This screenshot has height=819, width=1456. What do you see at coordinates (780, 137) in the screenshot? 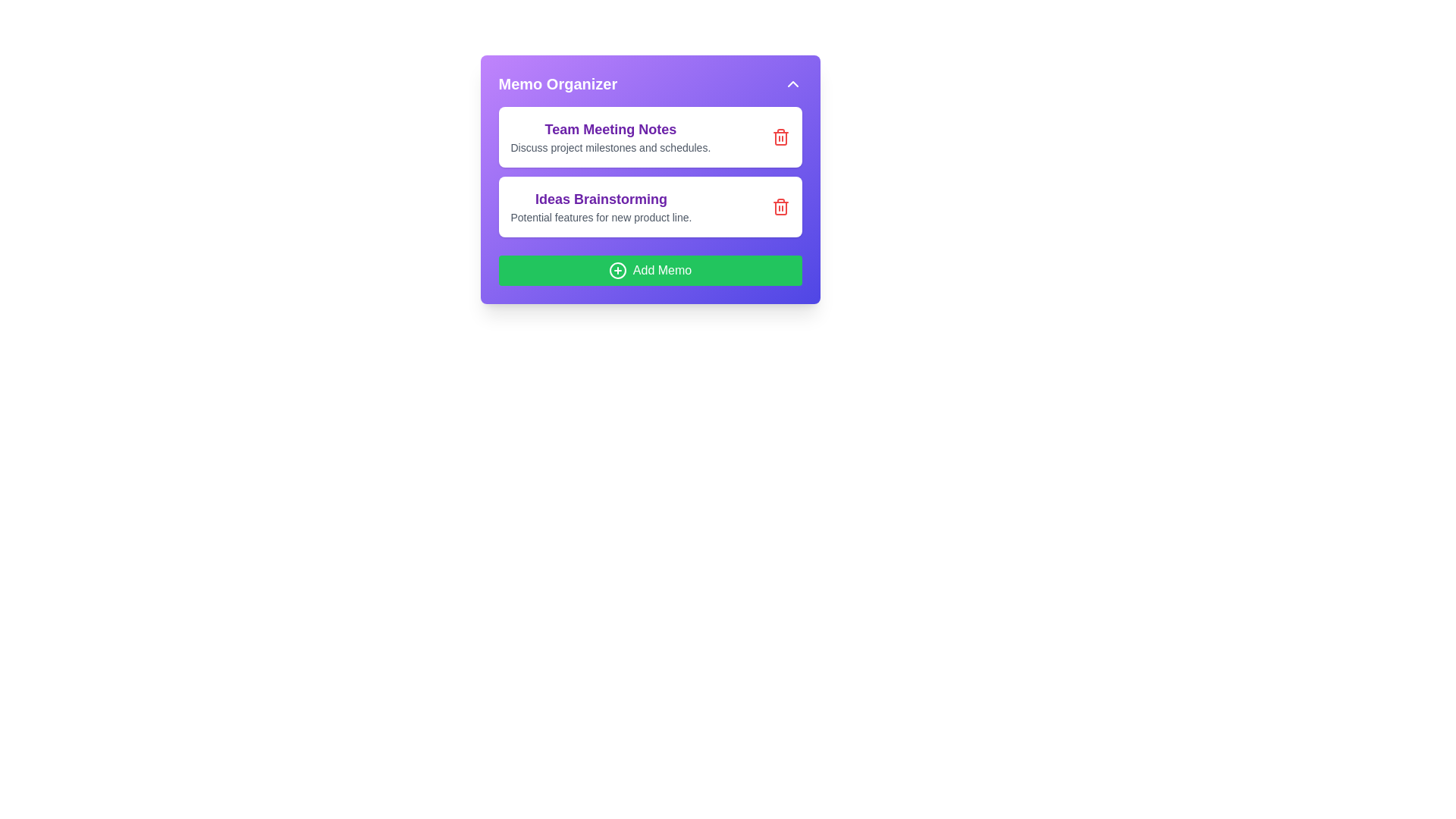
I see `delete button for the memo titled 'Team Meeting Notes'` at bounding box center [780, 137].